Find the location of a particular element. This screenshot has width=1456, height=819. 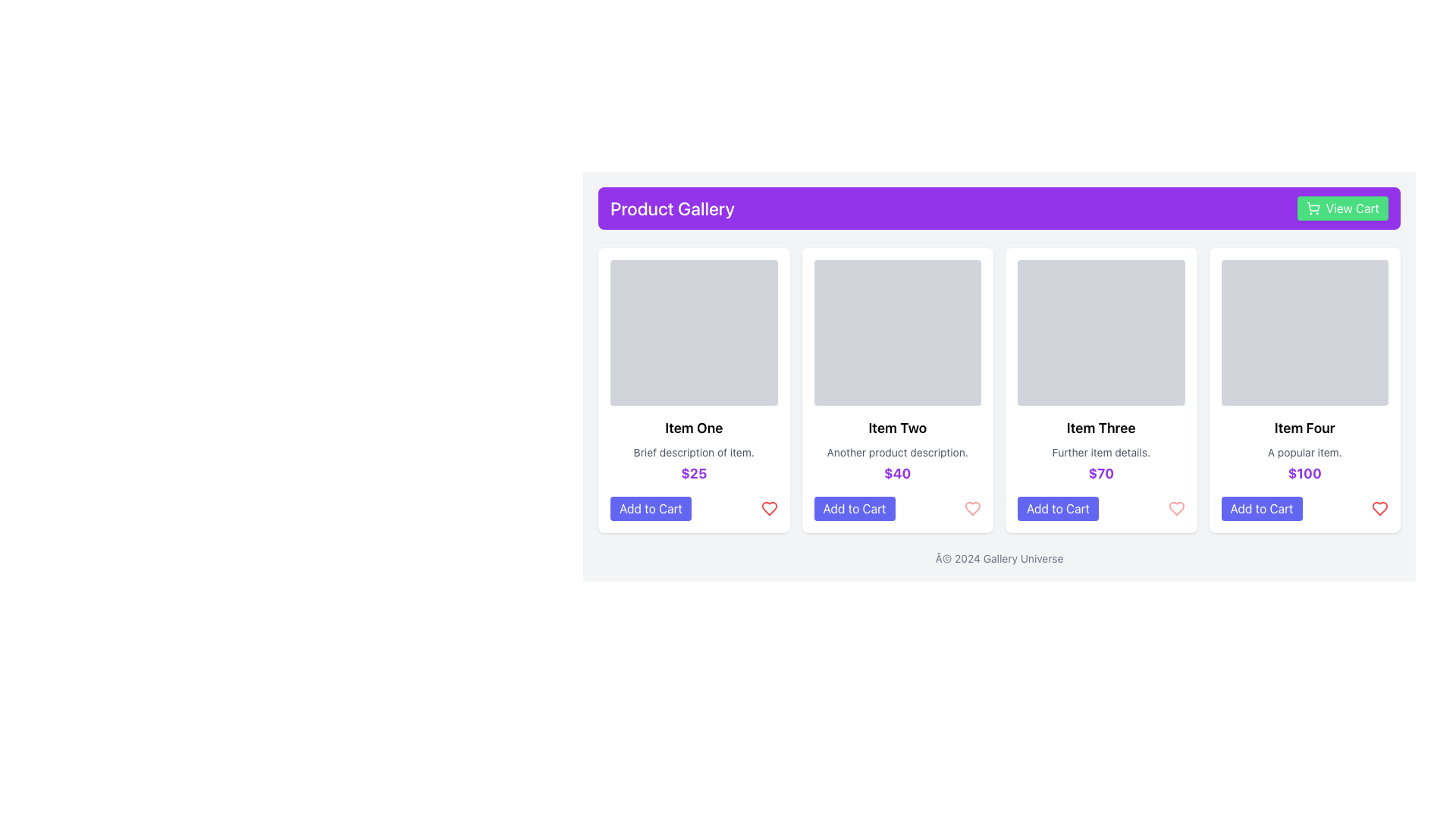

the price label displaying '$100' in bold purple font within the fourth product card titled 'Item Four' is located at coordinates (1304, 472).